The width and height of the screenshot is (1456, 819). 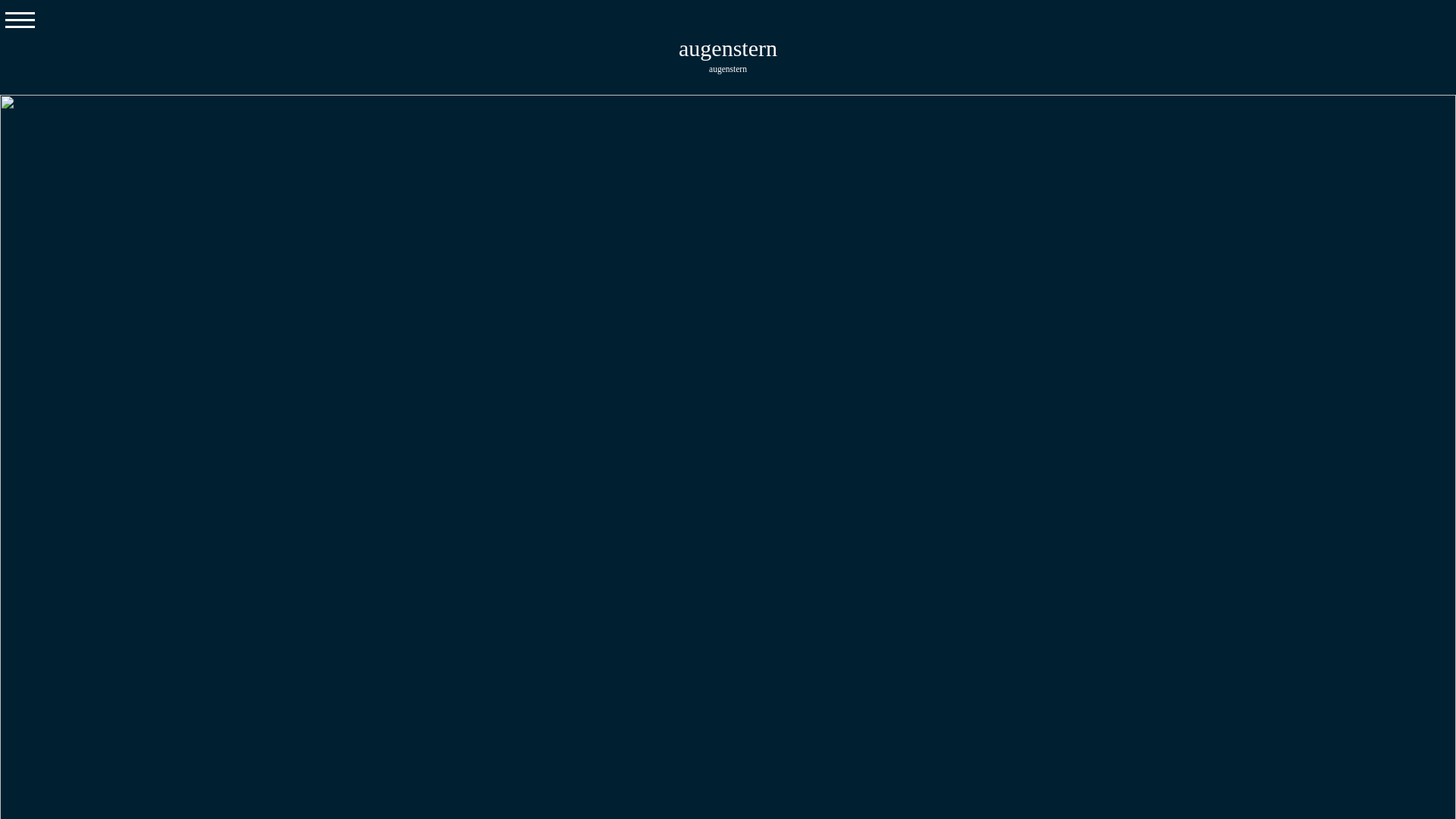 I want to click on 'augenstern', so click(x=728, y=67).